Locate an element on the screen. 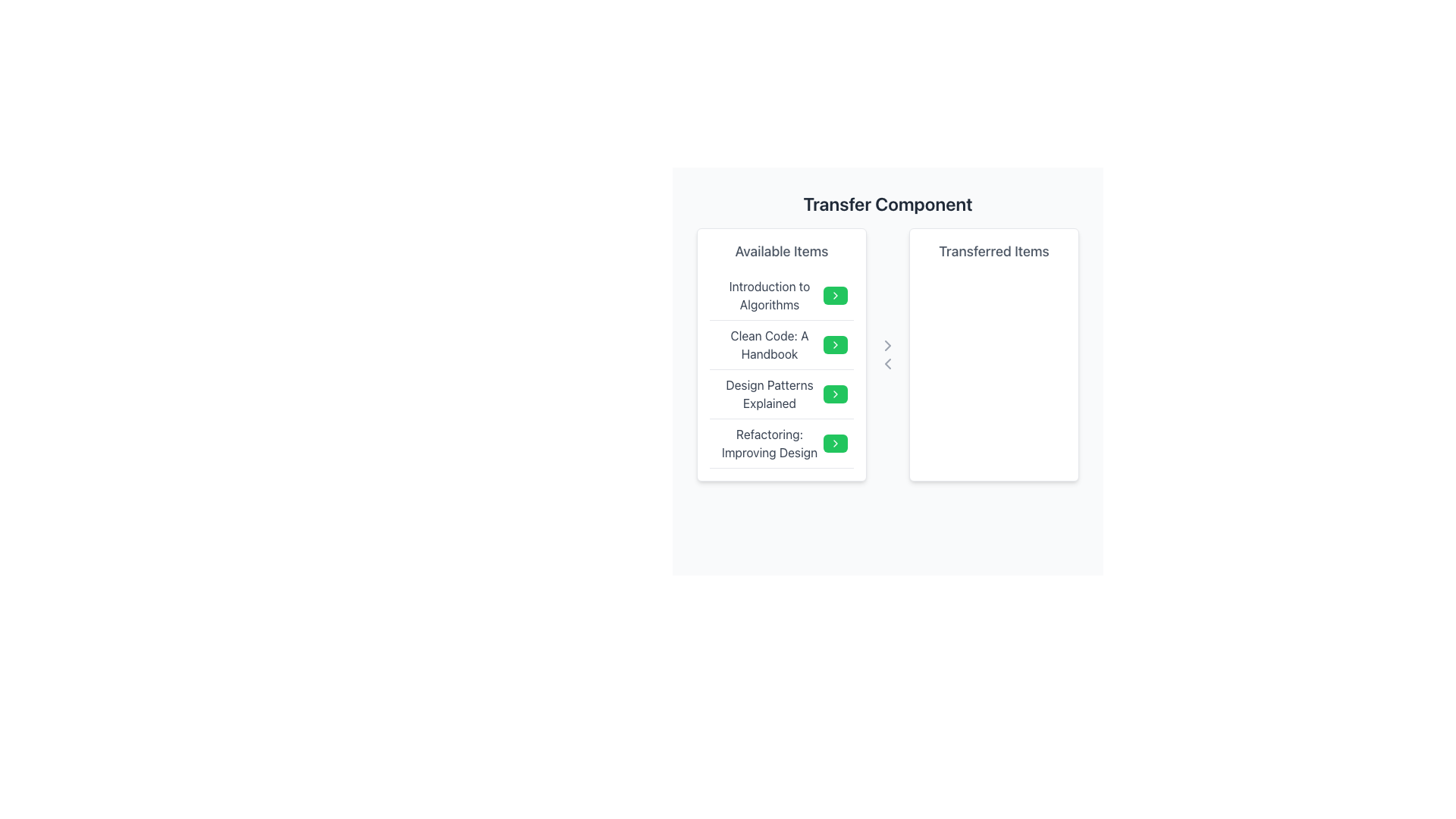 Image resolution: width=1456 pixels, height=819 pixels. the compact green button with a chevron icon next to 'Clean Code: A Handbook' in the 'Available Items' column is located at coordinates (835, 345).